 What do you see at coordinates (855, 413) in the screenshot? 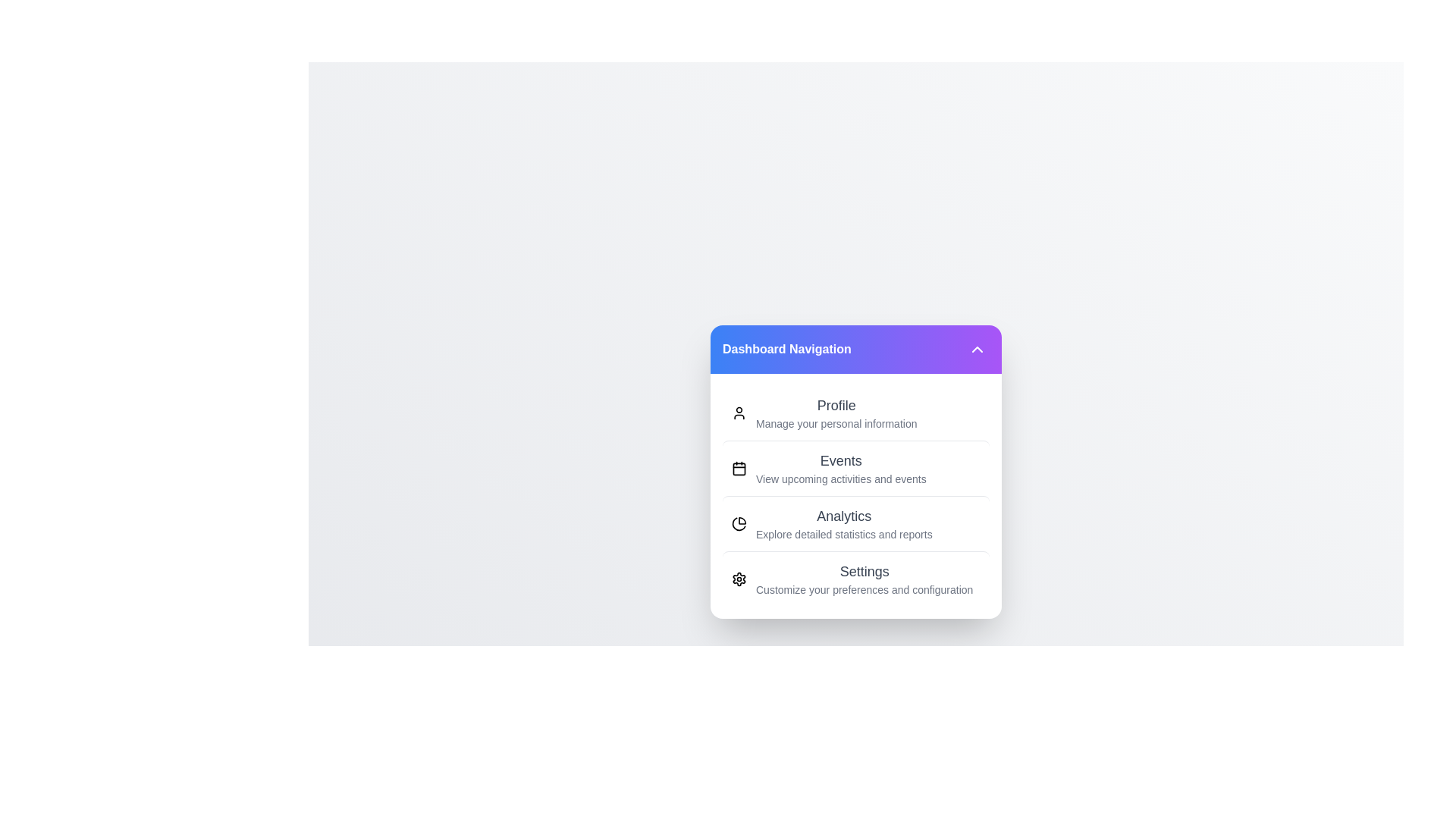
I see `the menu item labeled 'Profile' to preview its hover state` at bounding box center [855, 413].